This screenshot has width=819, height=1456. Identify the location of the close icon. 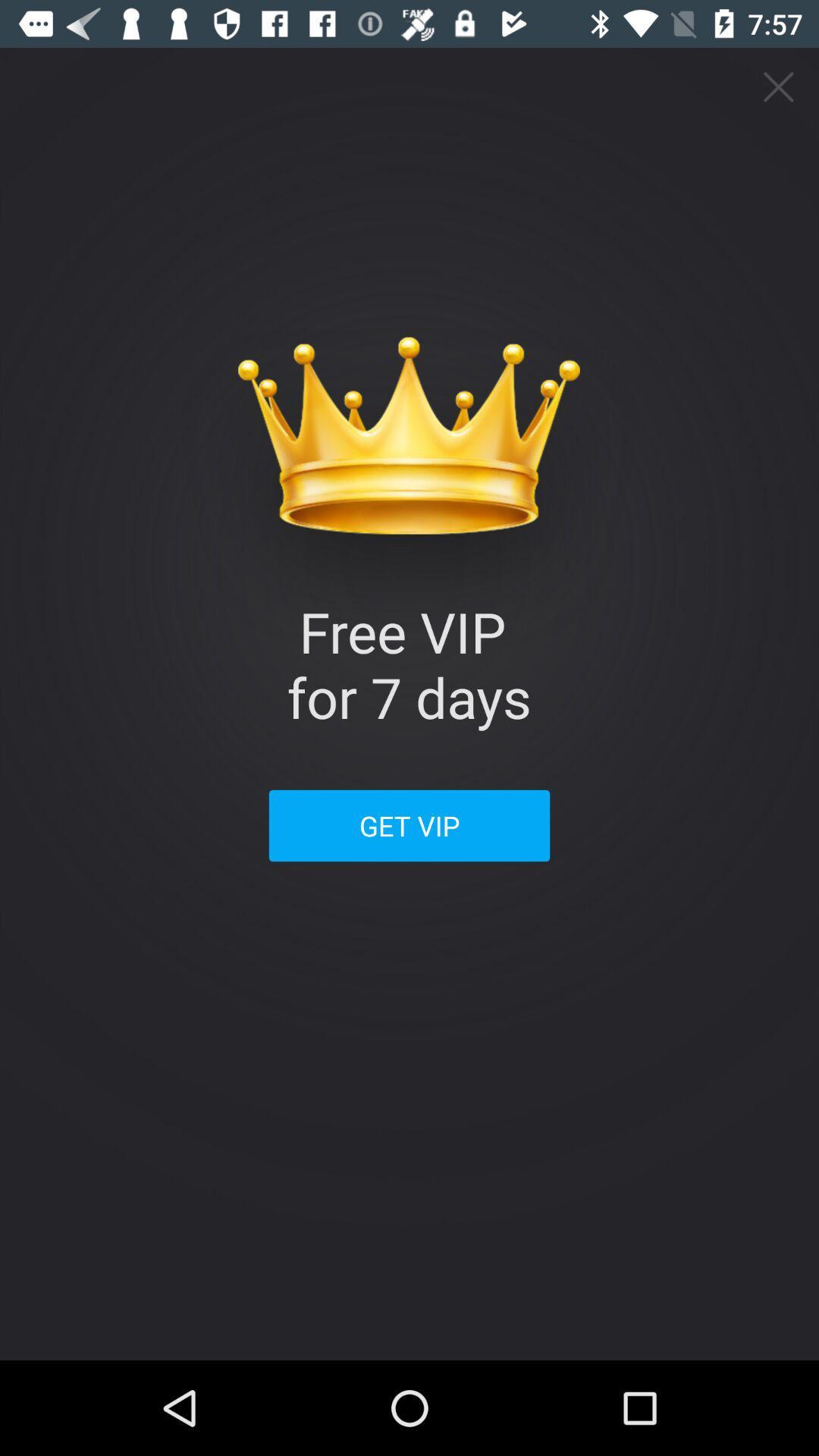
(779, 86).